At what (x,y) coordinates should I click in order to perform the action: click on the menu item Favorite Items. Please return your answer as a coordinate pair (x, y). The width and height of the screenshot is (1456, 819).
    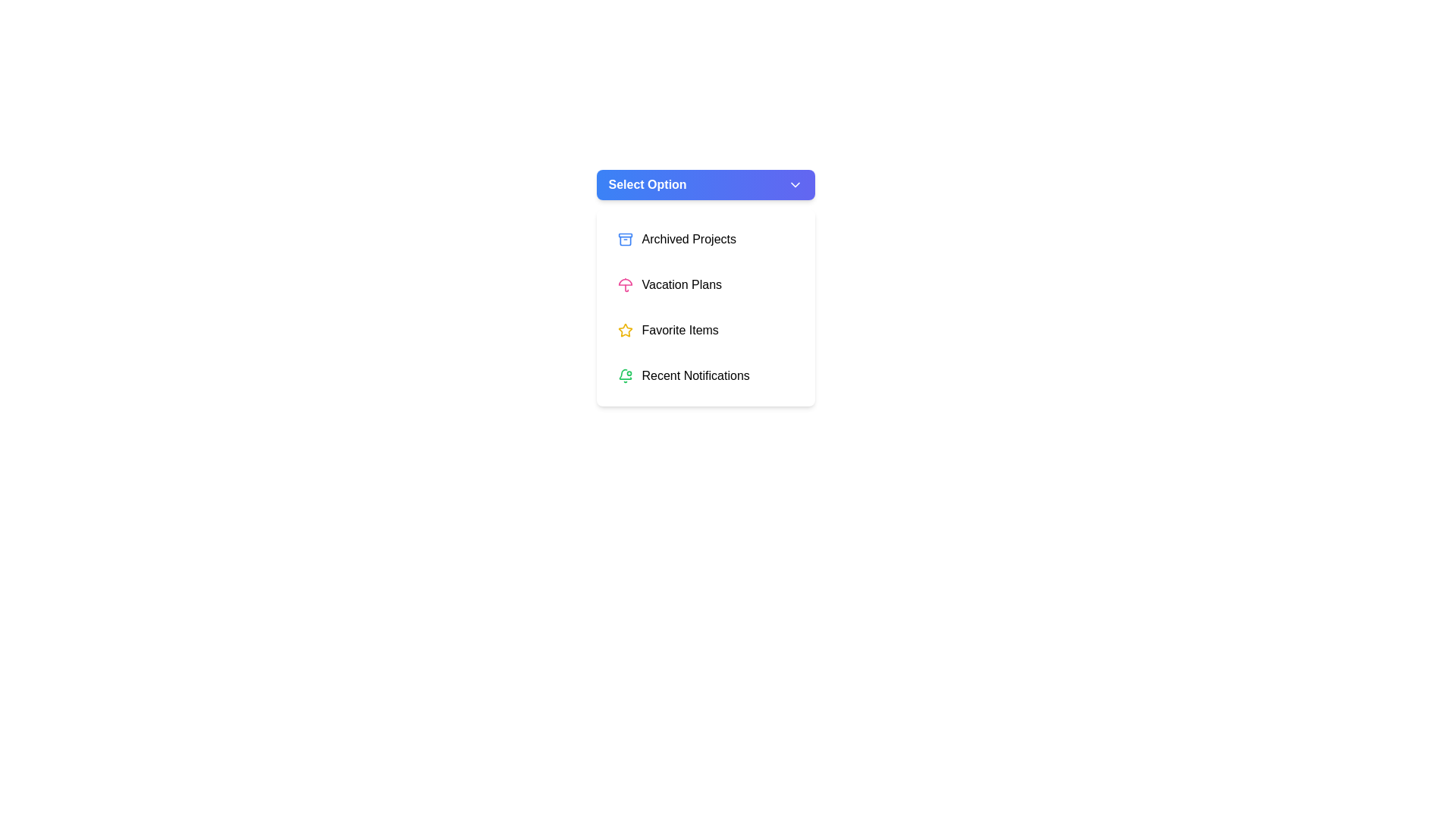
    Looking at the image, I should click on (704, 329).